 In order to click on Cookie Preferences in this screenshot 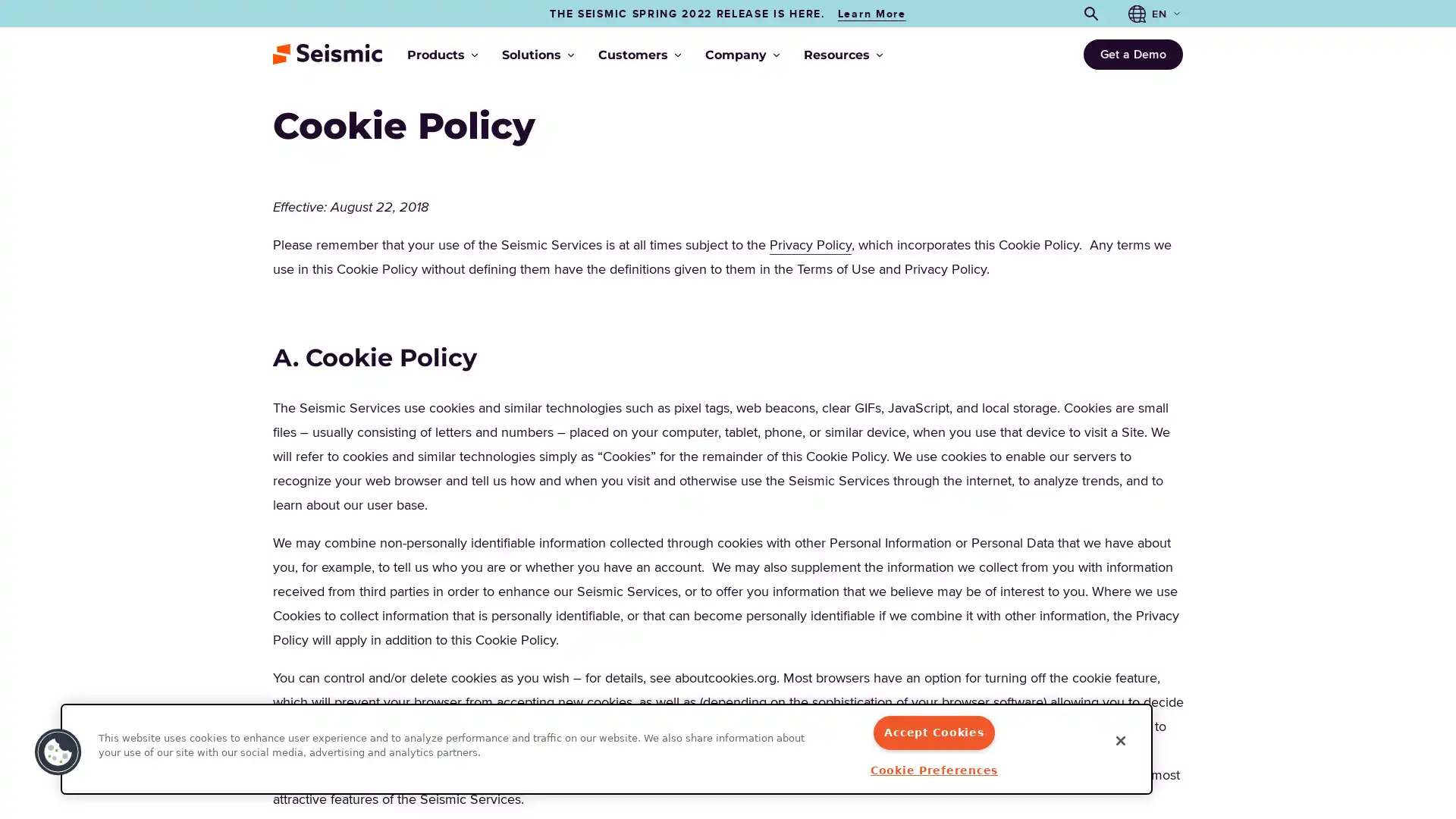, I will do `click(933, 770)`.